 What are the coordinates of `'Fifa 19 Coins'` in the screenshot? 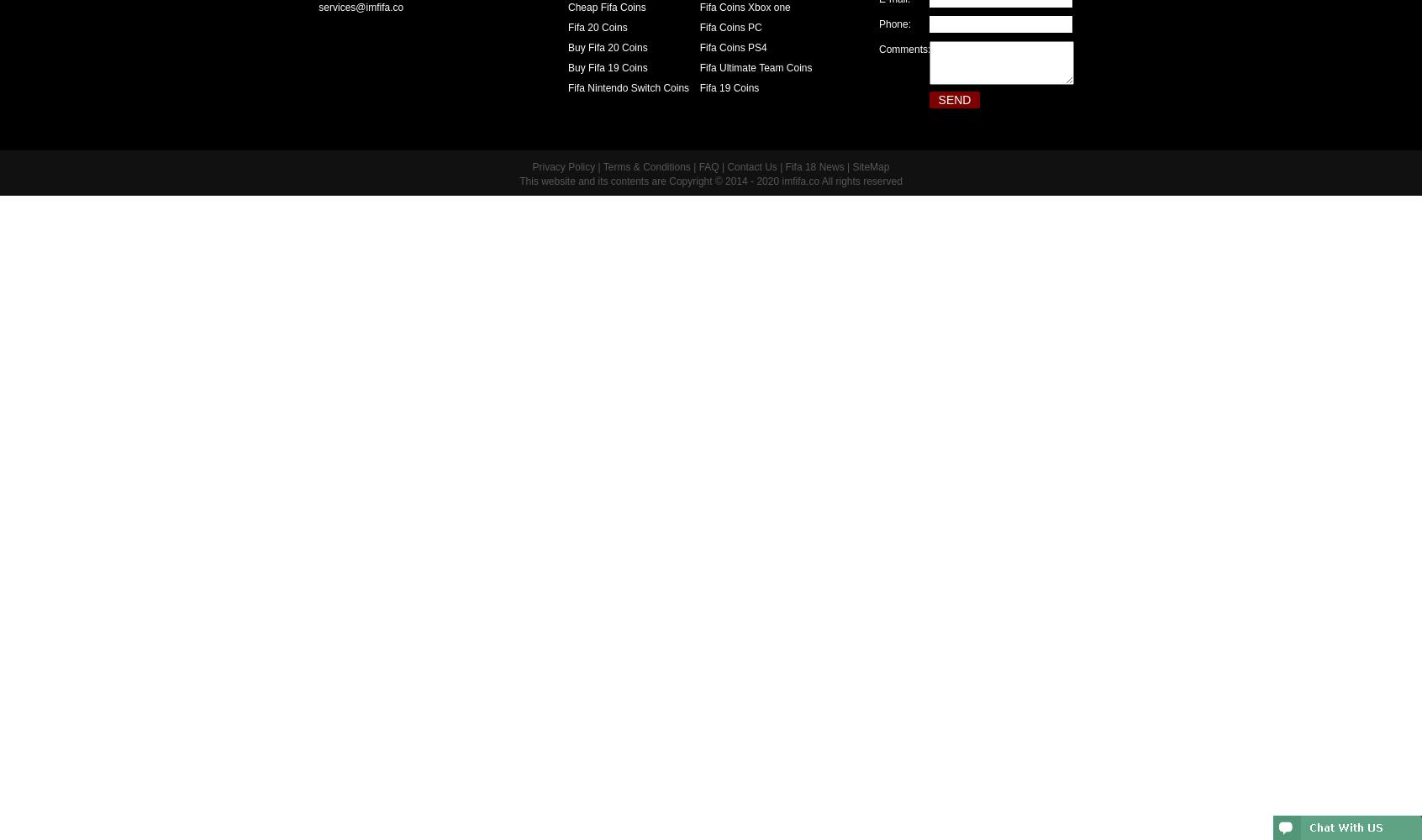 It's located at (728, 87).